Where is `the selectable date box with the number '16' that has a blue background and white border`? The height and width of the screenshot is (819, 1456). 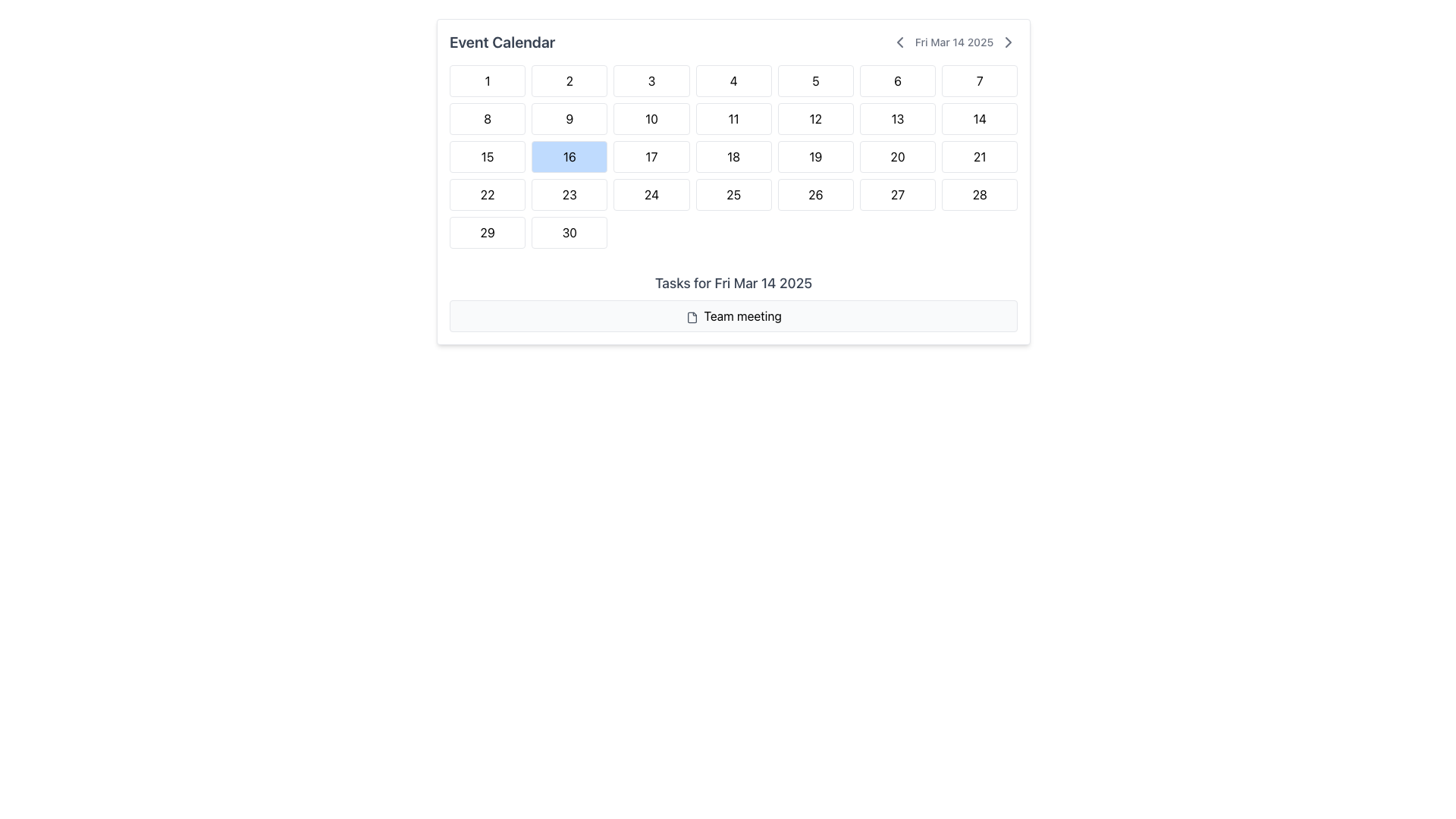
the selectable date box with the number '16' that has a blue background and white border is located at coordinates (569, 157).